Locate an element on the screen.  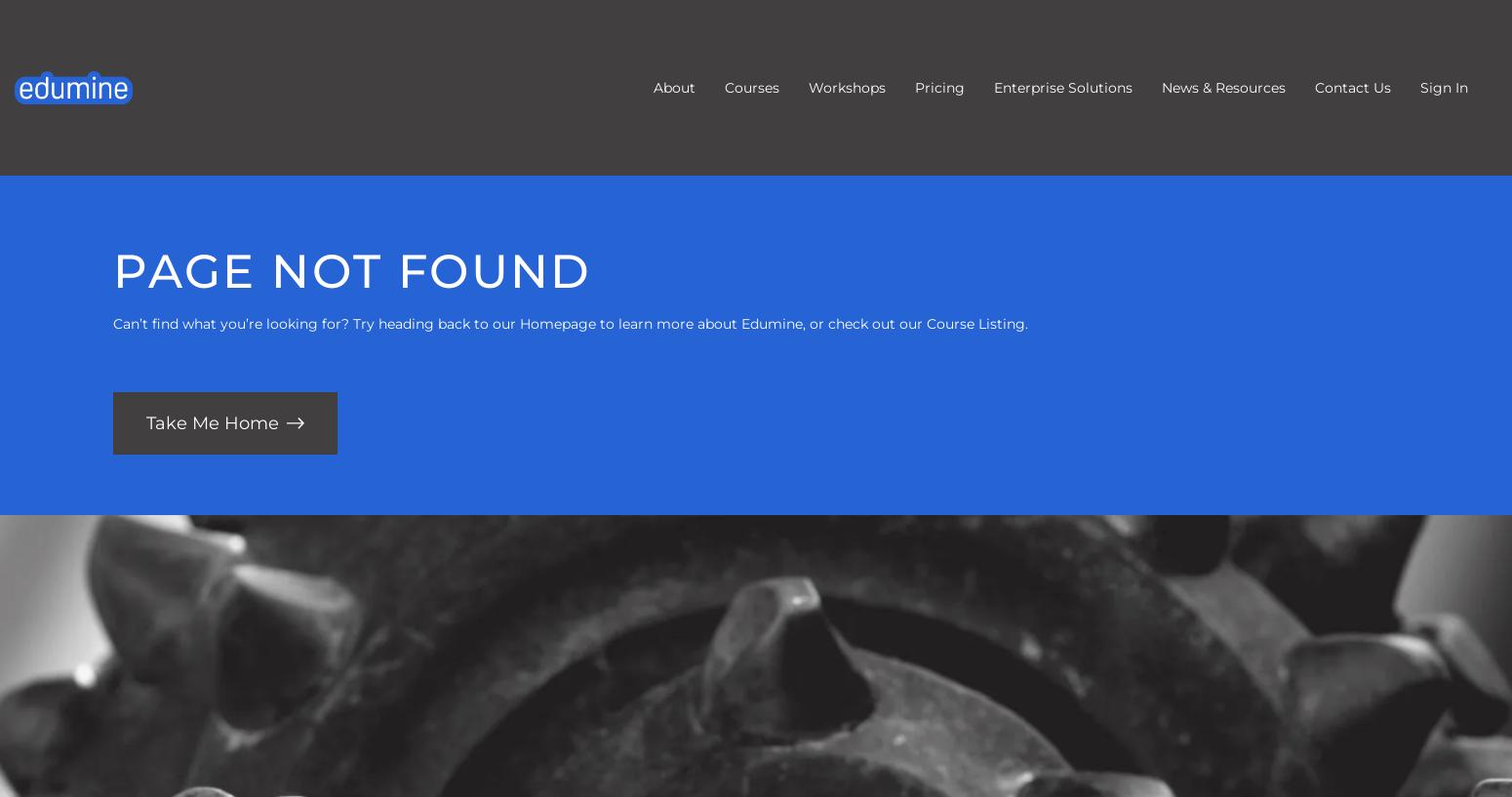
'Sign In' is located at coordinates (1444, 88).